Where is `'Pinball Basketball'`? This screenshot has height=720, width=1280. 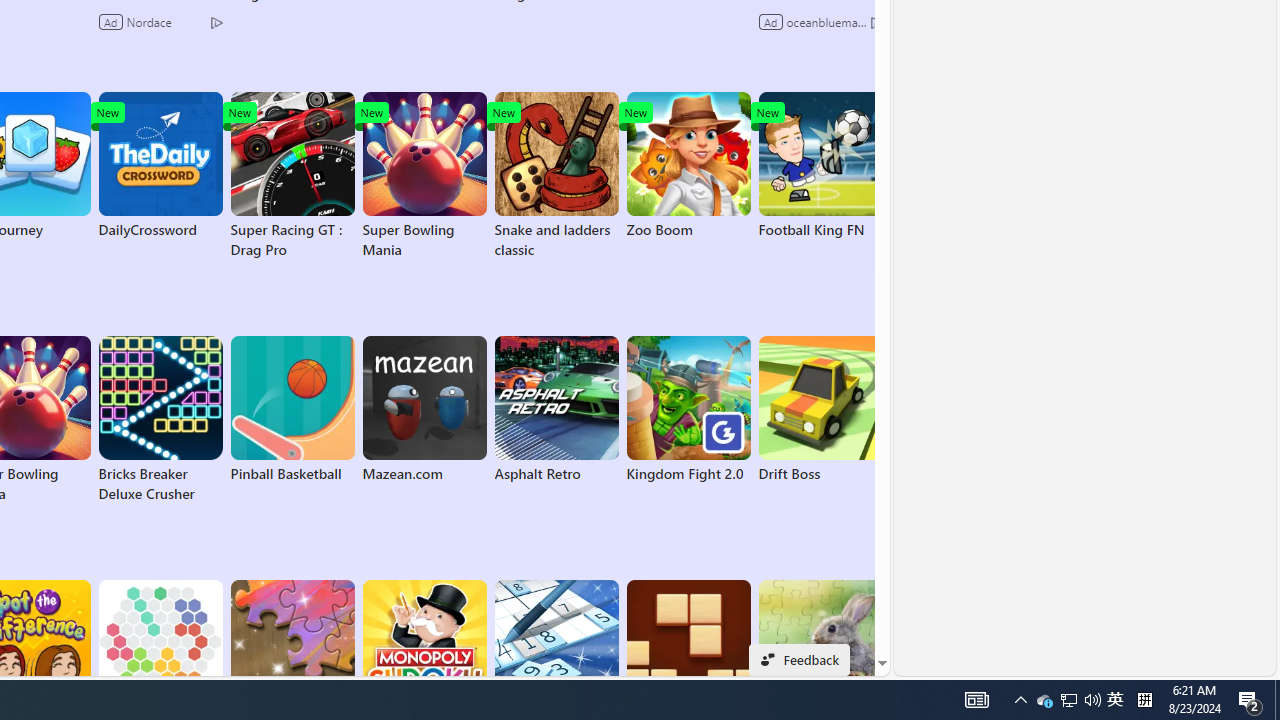 'Pinball Basketball' is located at coordinates (291, 409).